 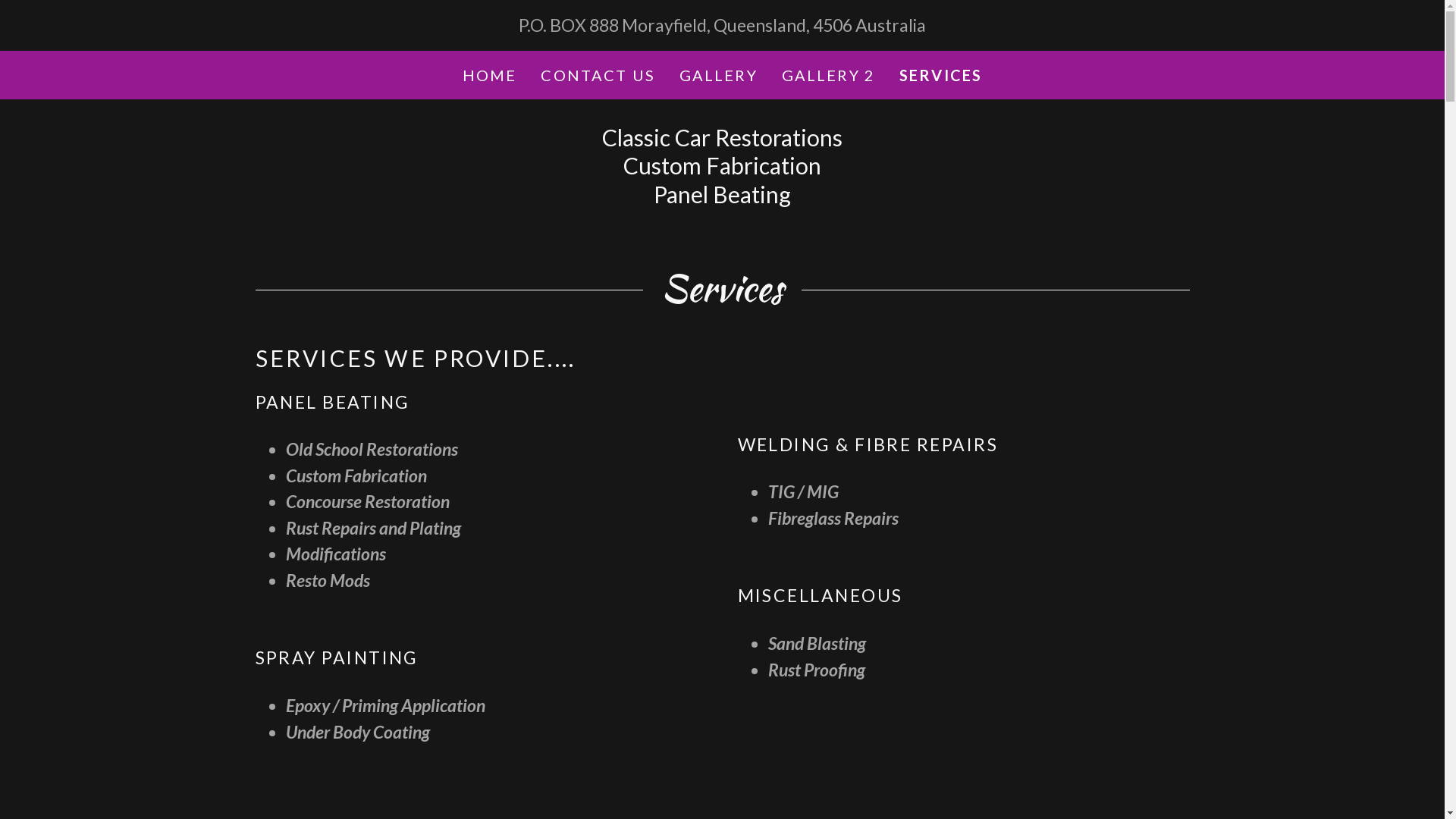 What do you see at coordinates (940, 74) in the screenshot?
I see `'SERVICES'` at bounding box center [940, 74].